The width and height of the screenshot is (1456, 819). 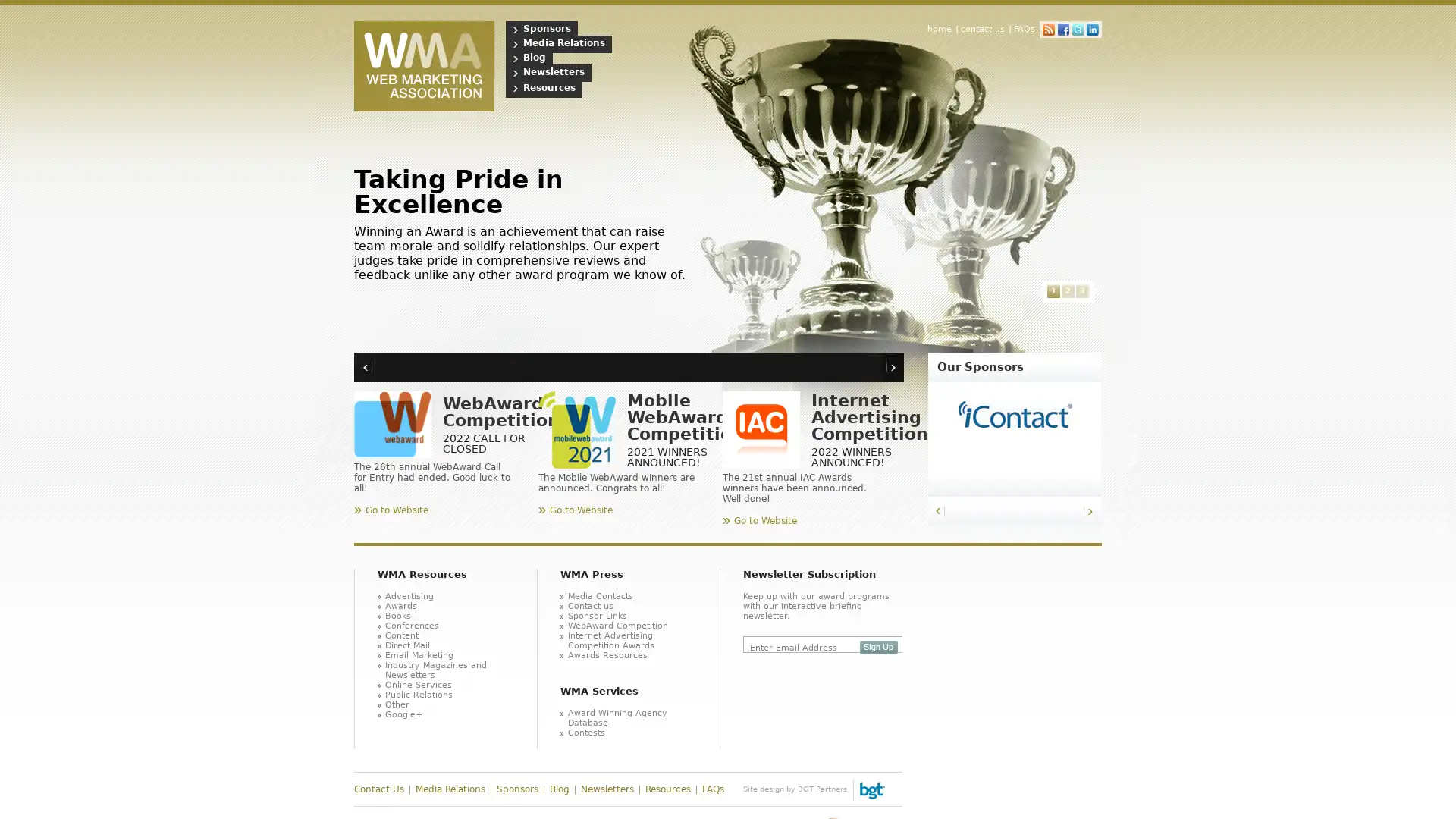 What do you see at coordinates (878, 647) in the screenshot?
I see `Sign Up` at bounding box center [878, 647].